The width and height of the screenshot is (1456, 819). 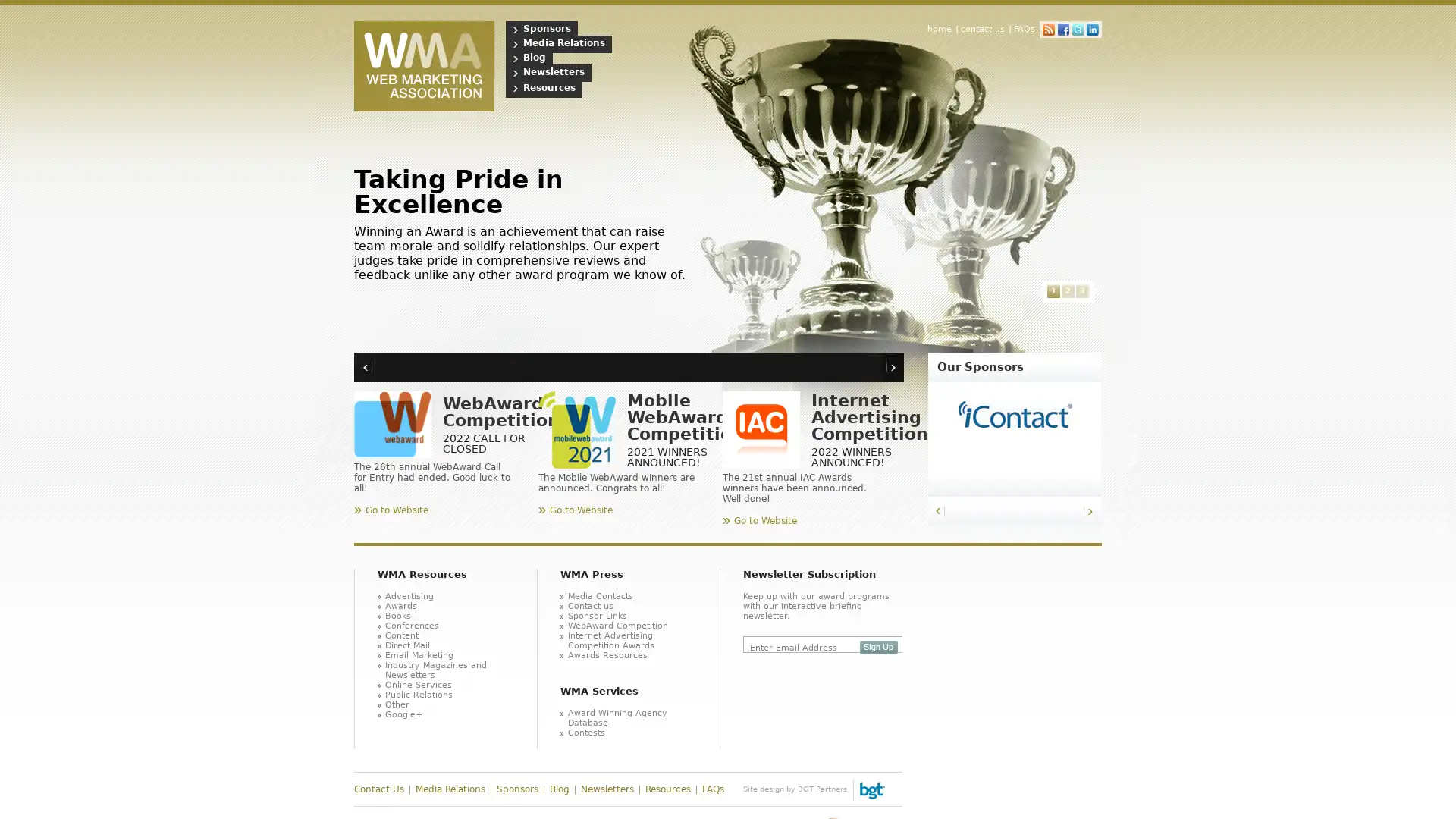 What do you see at coordinates (878, 647) in the screenshot?
I see `Sign Up` at bounding box center [878, 647].